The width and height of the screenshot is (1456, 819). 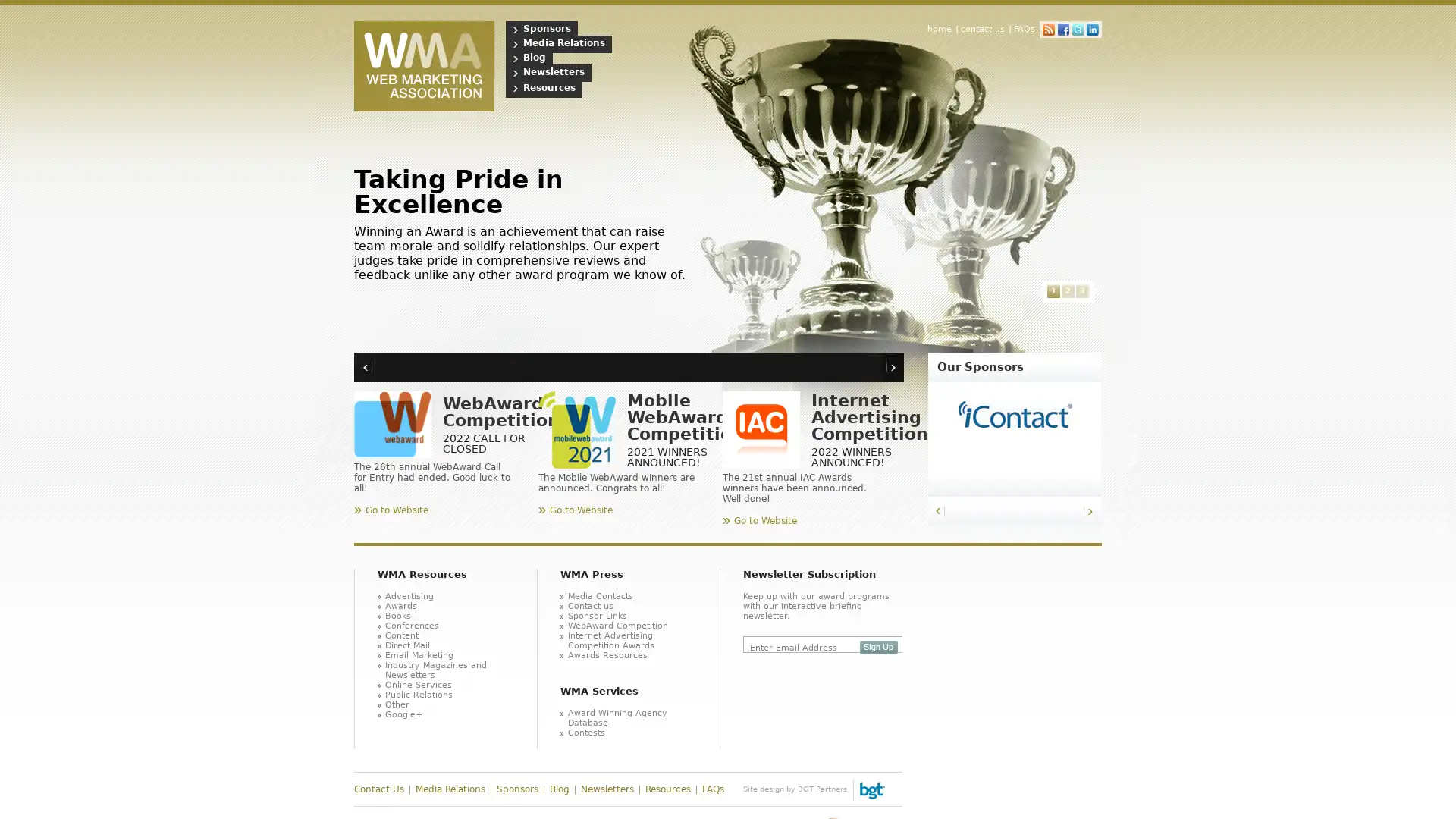 What do you see at coordinates (878, 647) in the screenshot?
I see `Sign Up` at bounding box center [878, 647].